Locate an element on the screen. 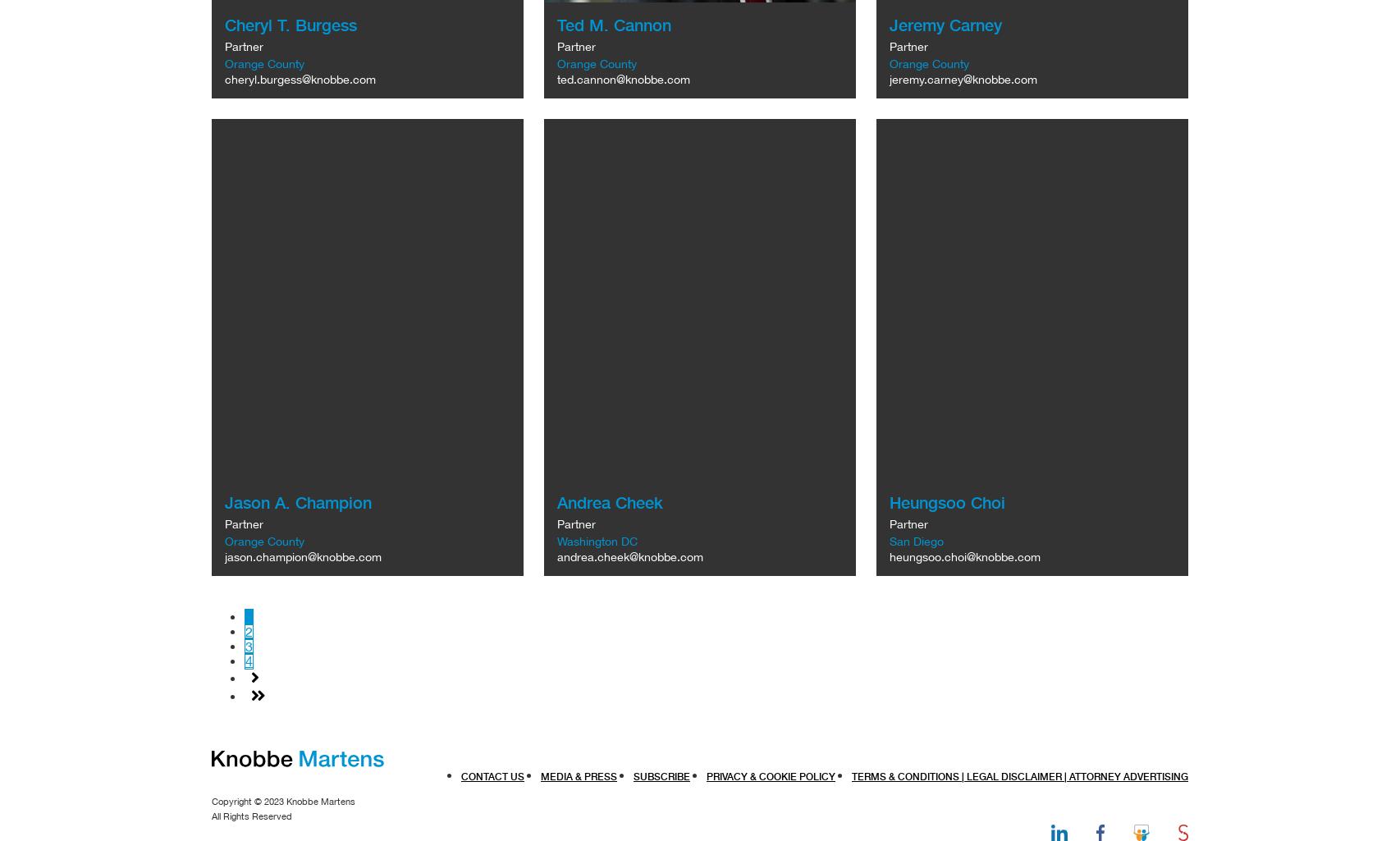 The image size is (1400, 841). 'jeremy.carney@knobbe.com' is located at coordinates (963, 79).